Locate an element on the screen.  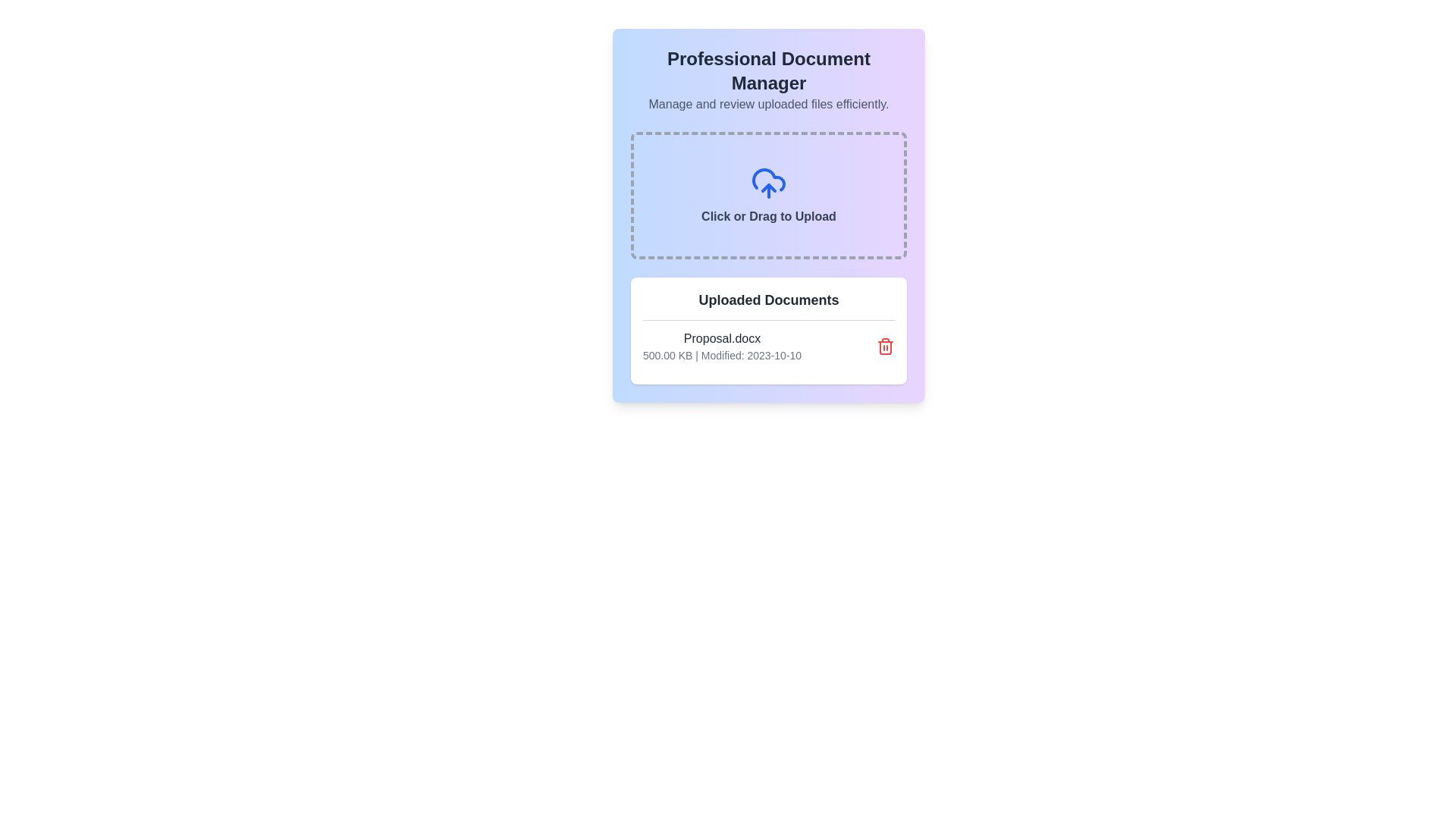
the text label that serves as a header for the uploaded documents section, which is centrally positioned above the document file listing 'Proposal.docx' is located at coordinates (768, 300).